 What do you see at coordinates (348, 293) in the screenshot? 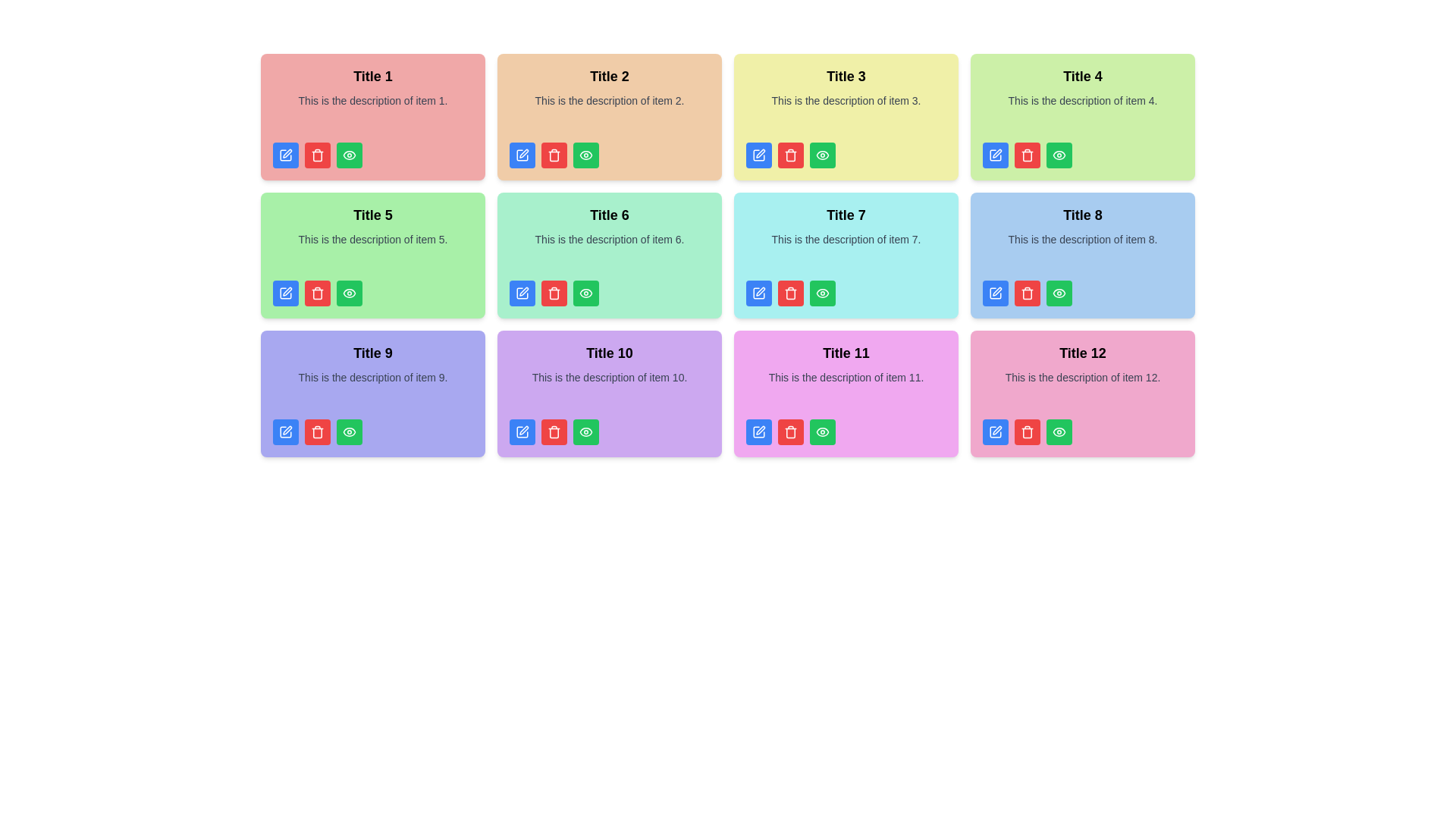
I see `the elliptical eye outline icon element, which is styled without fill and has a stroke, serving as the outer outline of the eye icon` at bounding box center [348, 293].